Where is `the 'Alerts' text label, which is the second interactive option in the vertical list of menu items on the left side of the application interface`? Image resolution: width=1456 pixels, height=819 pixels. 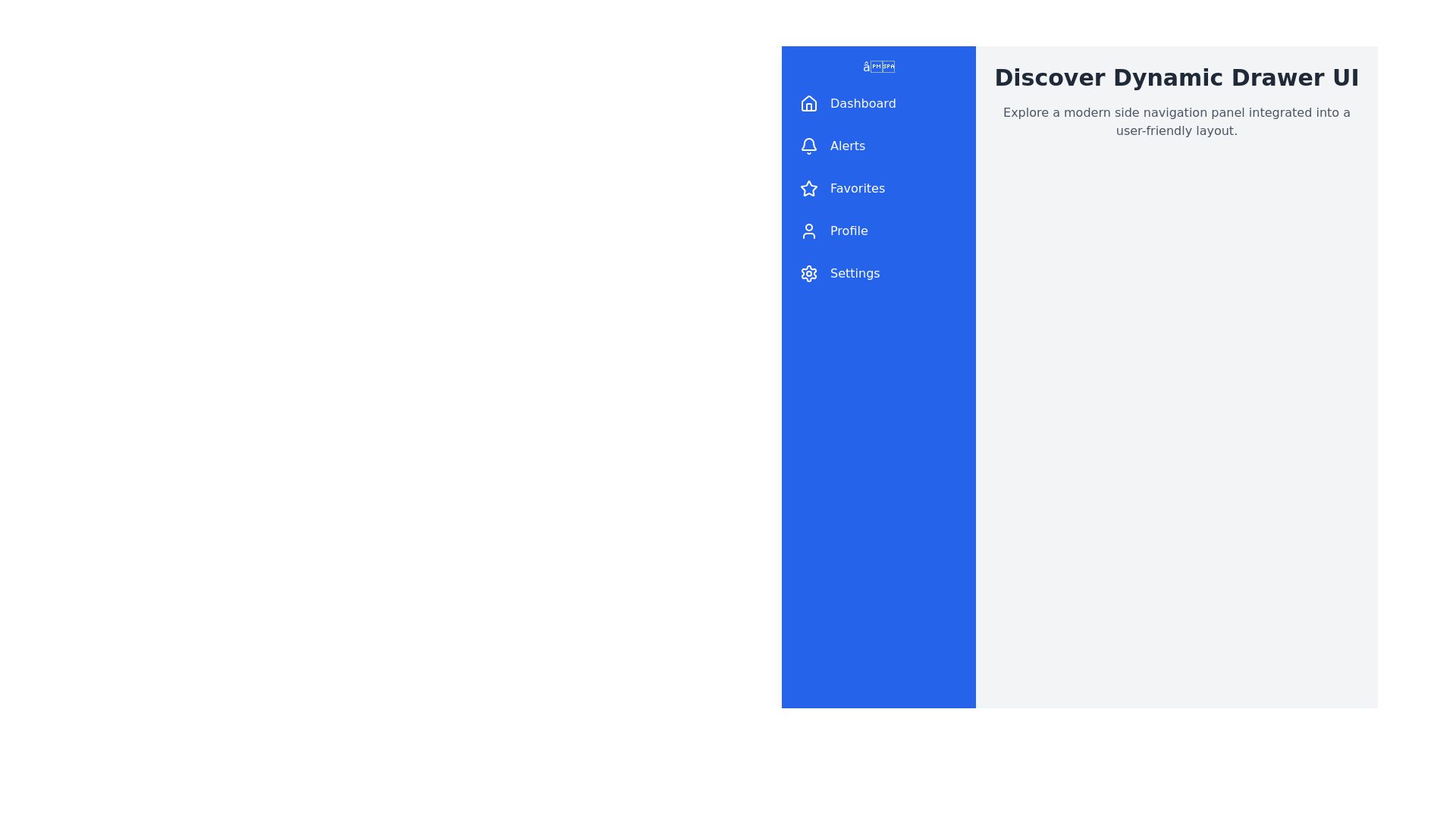
the 'Alerts' text label, which is the second interactive option in the vertical list of menu items on the left side of the application interface is located at coordinates (847, 146).